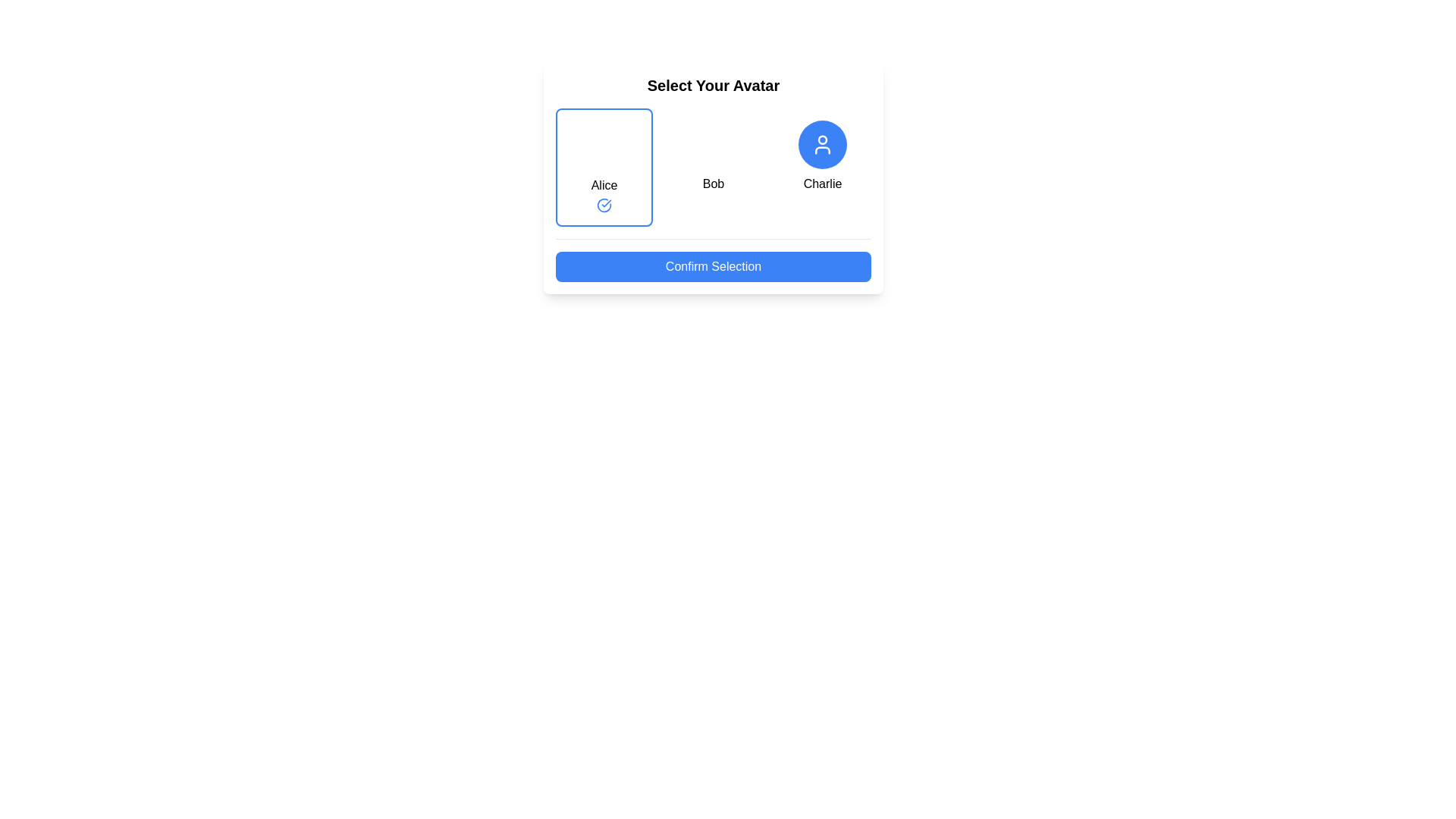 Image resolution: width=1456 pixels, height=819 pixels. What do you see at coordinates (603, 146) in the screenshot?
I see `the User Profile Icon, which is a white circular icon representing a user profile, centrally located within a red circular background in the 'Alice' avatar selection interface under the title 'Select Your Avatar'` at bounding box center [603, 146].